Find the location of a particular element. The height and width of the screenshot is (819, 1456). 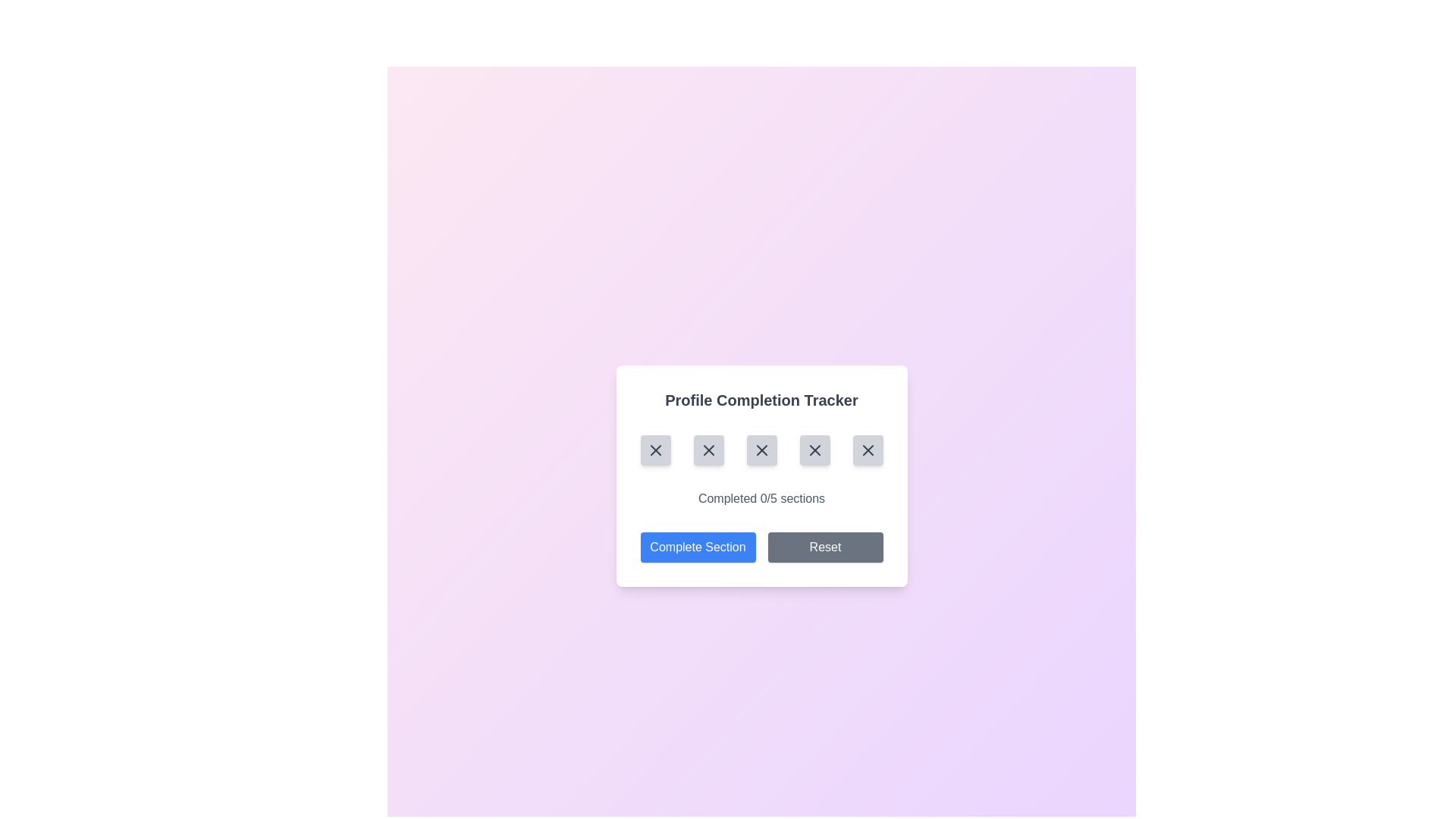

the circular Icon Button with a light gray background and dark gray 'X' icon in the 'Profile Completion Tracker' section, located to the left of the text 'Completed 0/5 sections' is located at coordinates (655, 450).